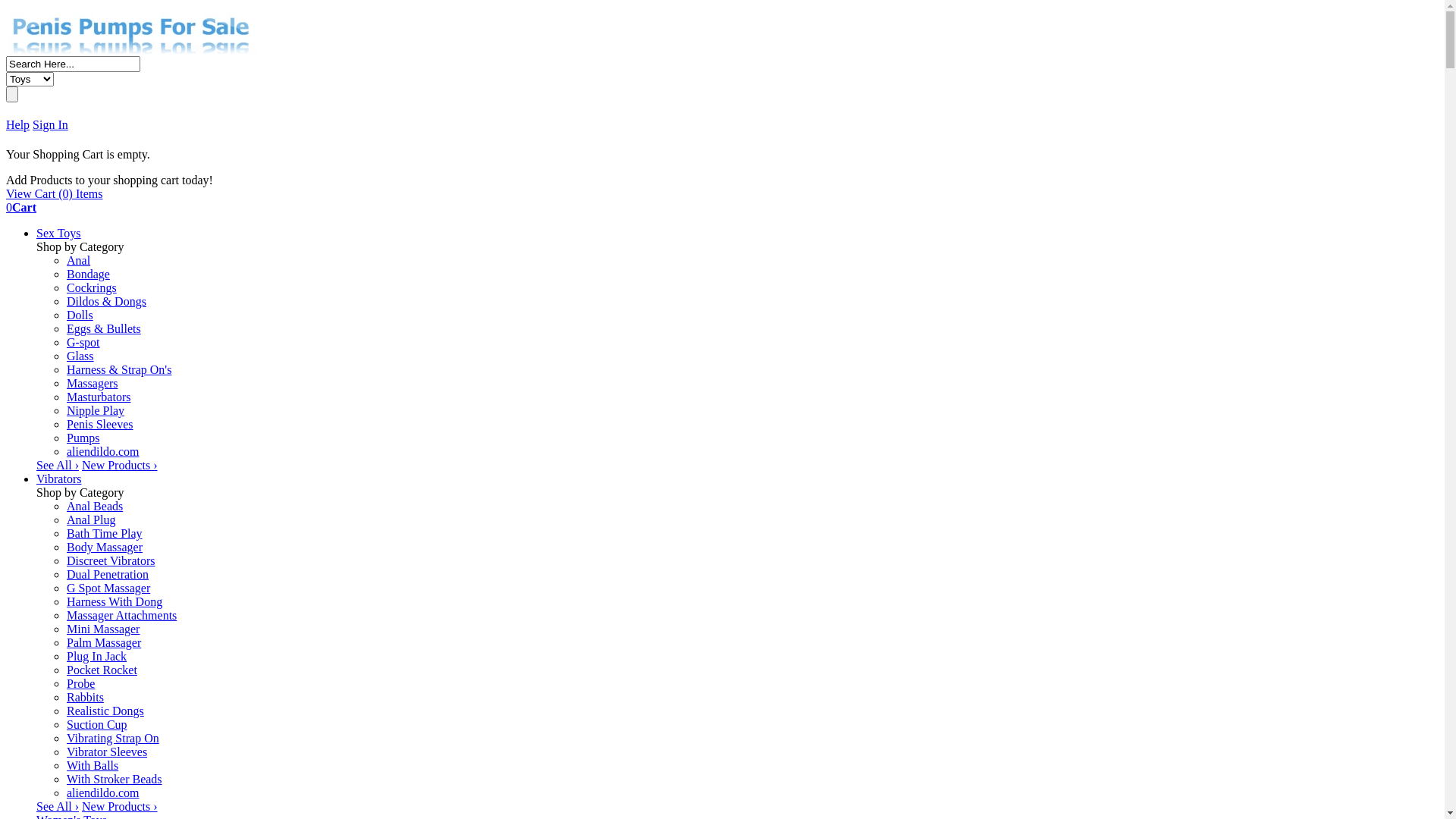  What do you see at coordinates (94, 410) in the screenshot?
I see `'Nipple Play'` at bounding box center [94, 410].